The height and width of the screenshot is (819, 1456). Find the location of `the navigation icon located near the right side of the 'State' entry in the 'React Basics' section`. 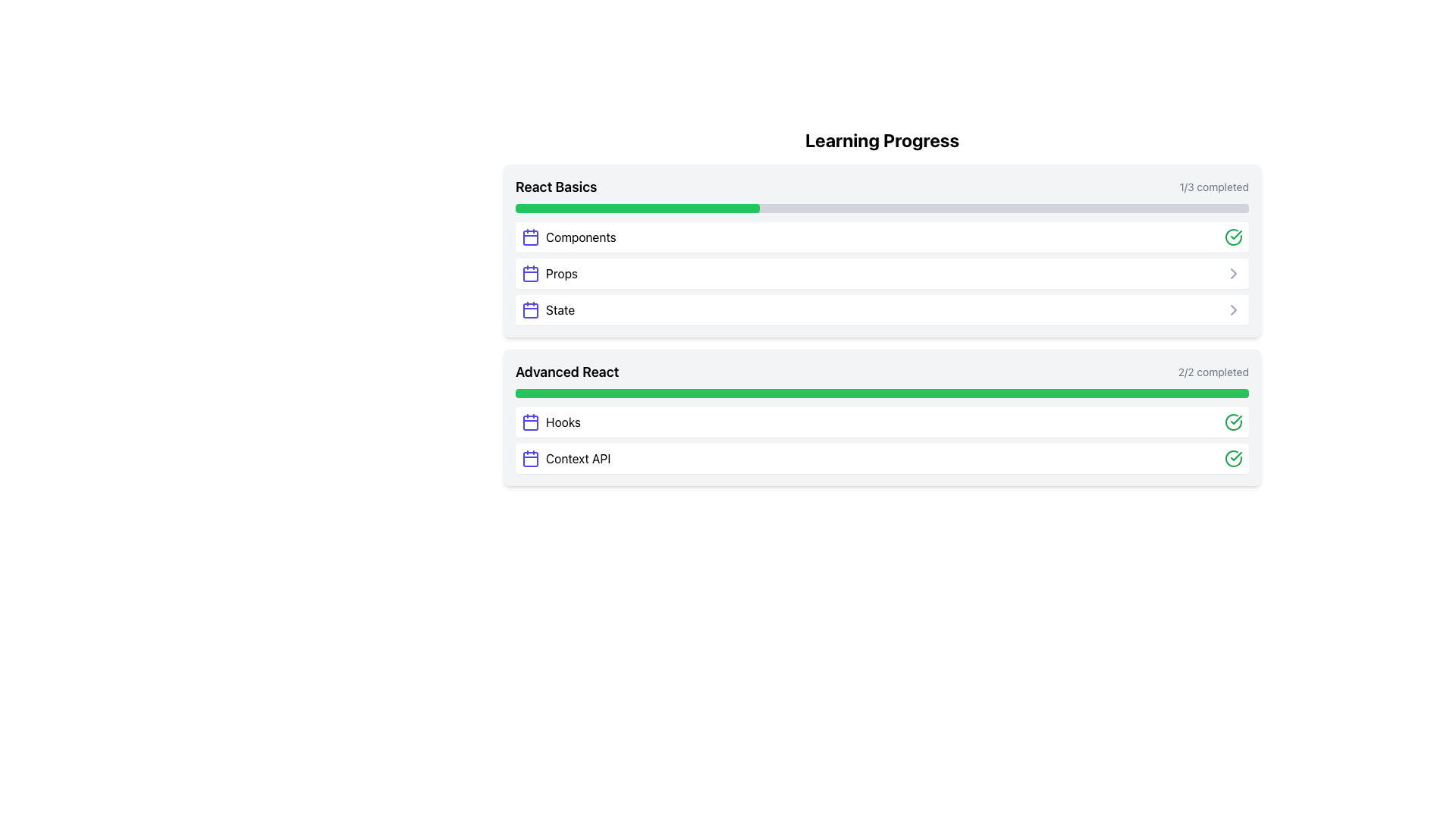

the navigation icon located near the right side of the 'State' entry in the 'React Basics' section is located at coordinates (1234, 274).